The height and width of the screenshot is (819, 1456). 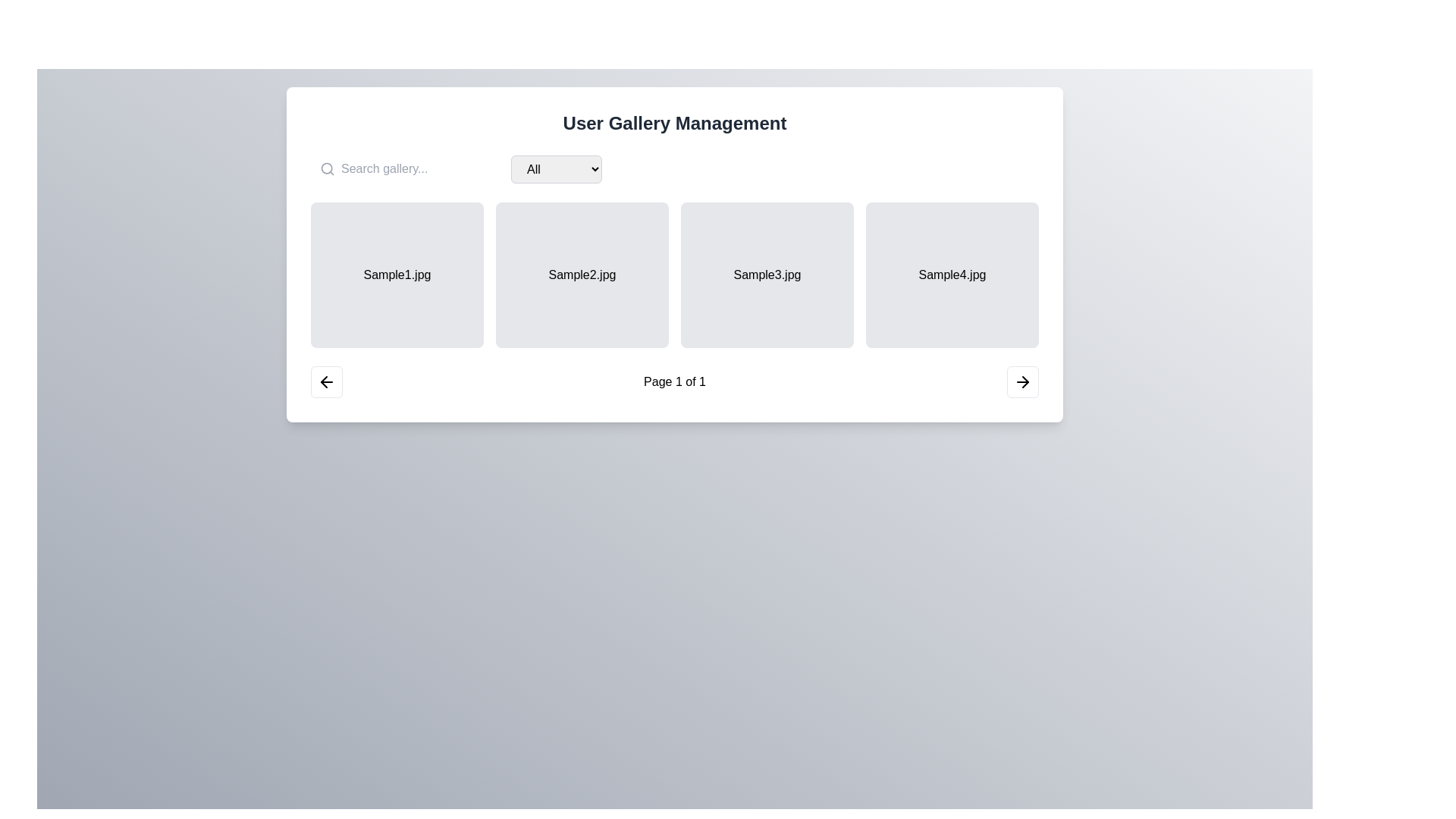 What do you see at coordinates (673, 381) in the screenshot?
I see `the text label displaying 'Page 1 of 1' located at the bottom-center of the 'User Gallery Management' section, which is part of the pagination controls` at bounding box center [673, 381].